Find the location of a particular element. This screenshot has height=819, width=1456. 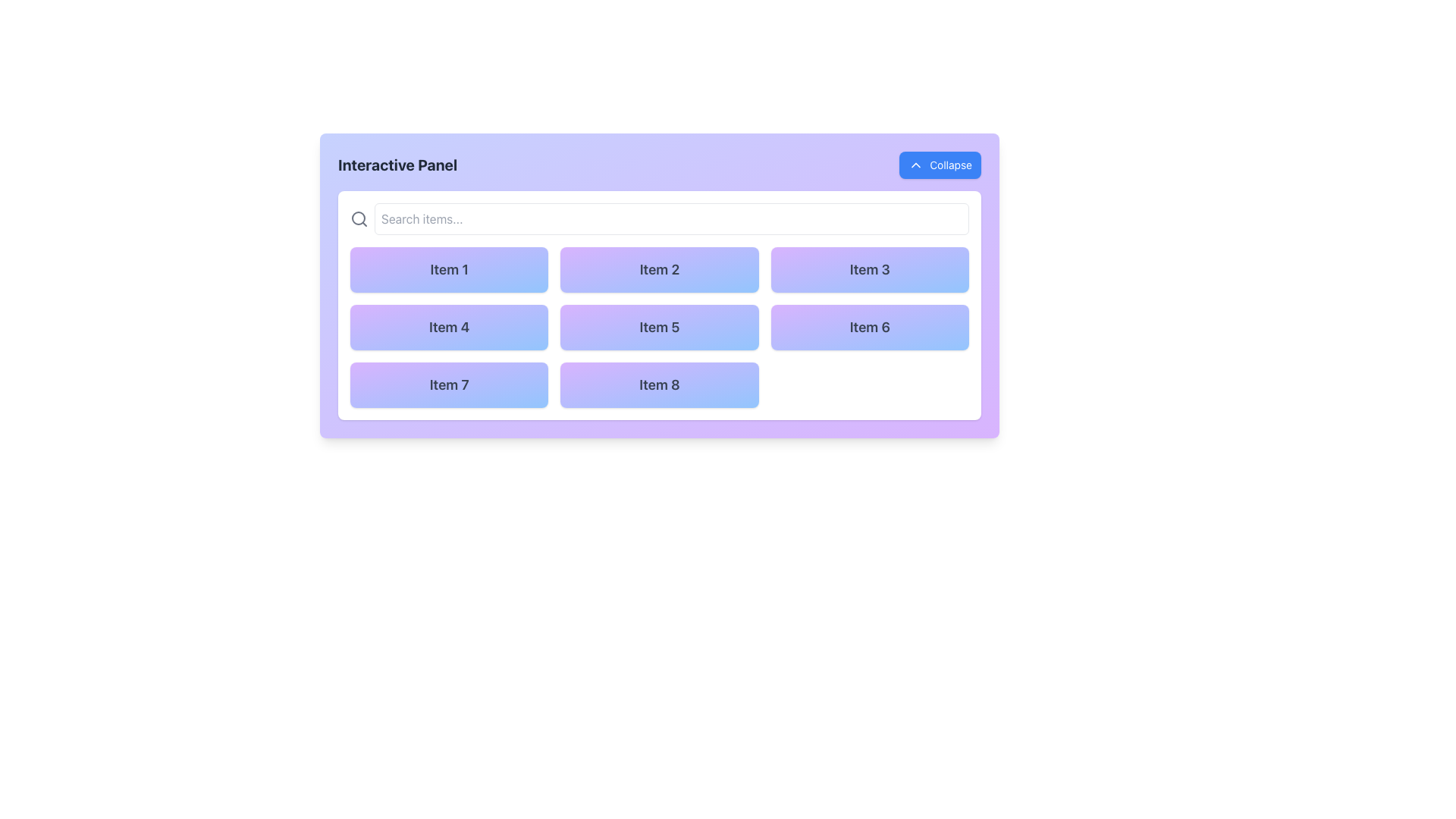

the card or list item component with the text 'Item 8', which is the last item in the grid layout located in the bottom-right corner of a 4x2 grid is located at coordinates (659, 384).